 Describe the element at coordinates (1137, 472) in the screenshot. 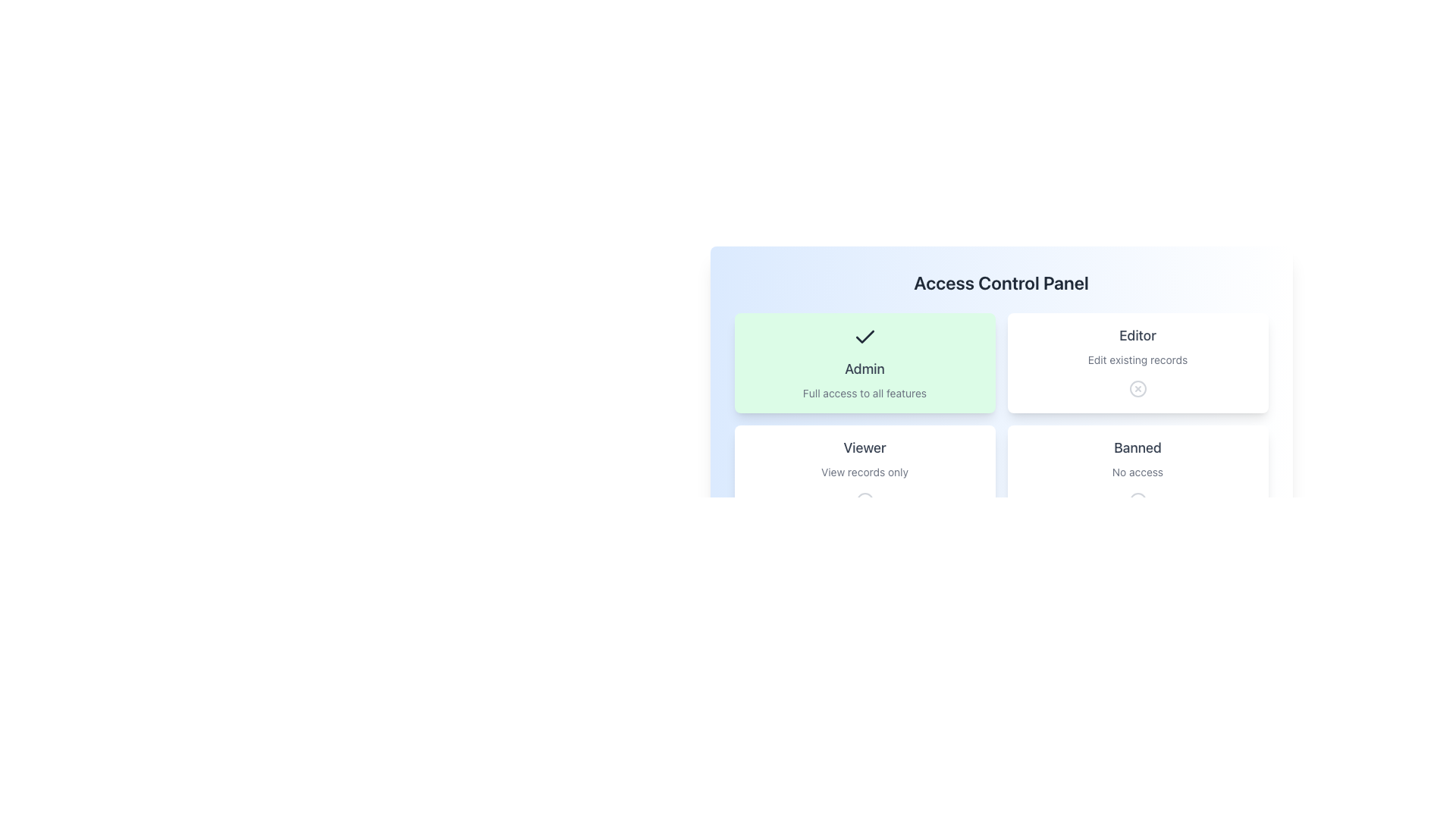

I see `the access control card that indicates the user has no access, located in the lower-right corner of the grid layout` at that location.